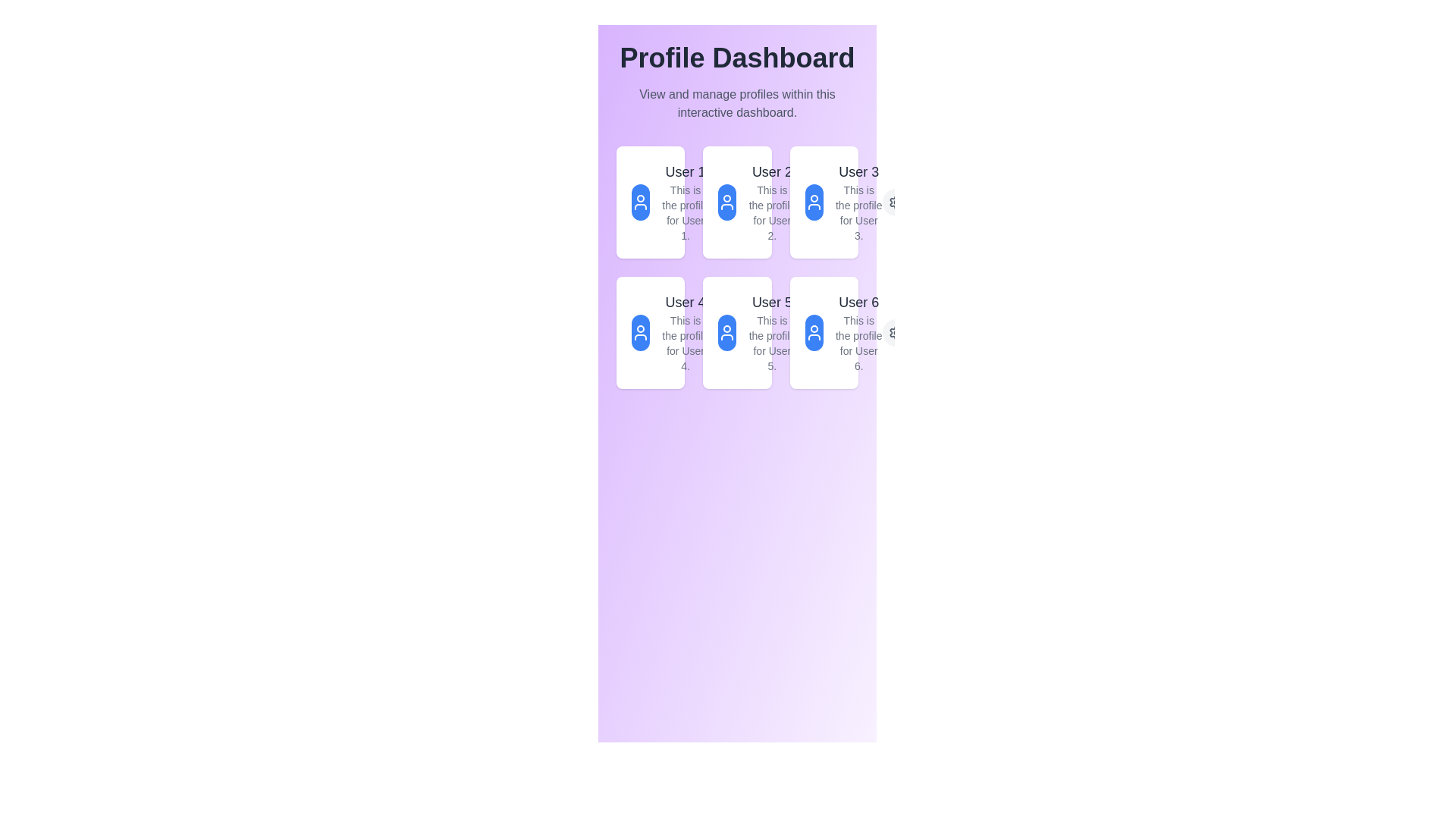 The image size is (1456, 819). What do you see at coordinates (737, 103) in the screenshot?
I see `static text that serves as a subtitle or description for the 'Profile Dashboard', which is located directly below the title in the central header section` at bounding box center [737, 103].